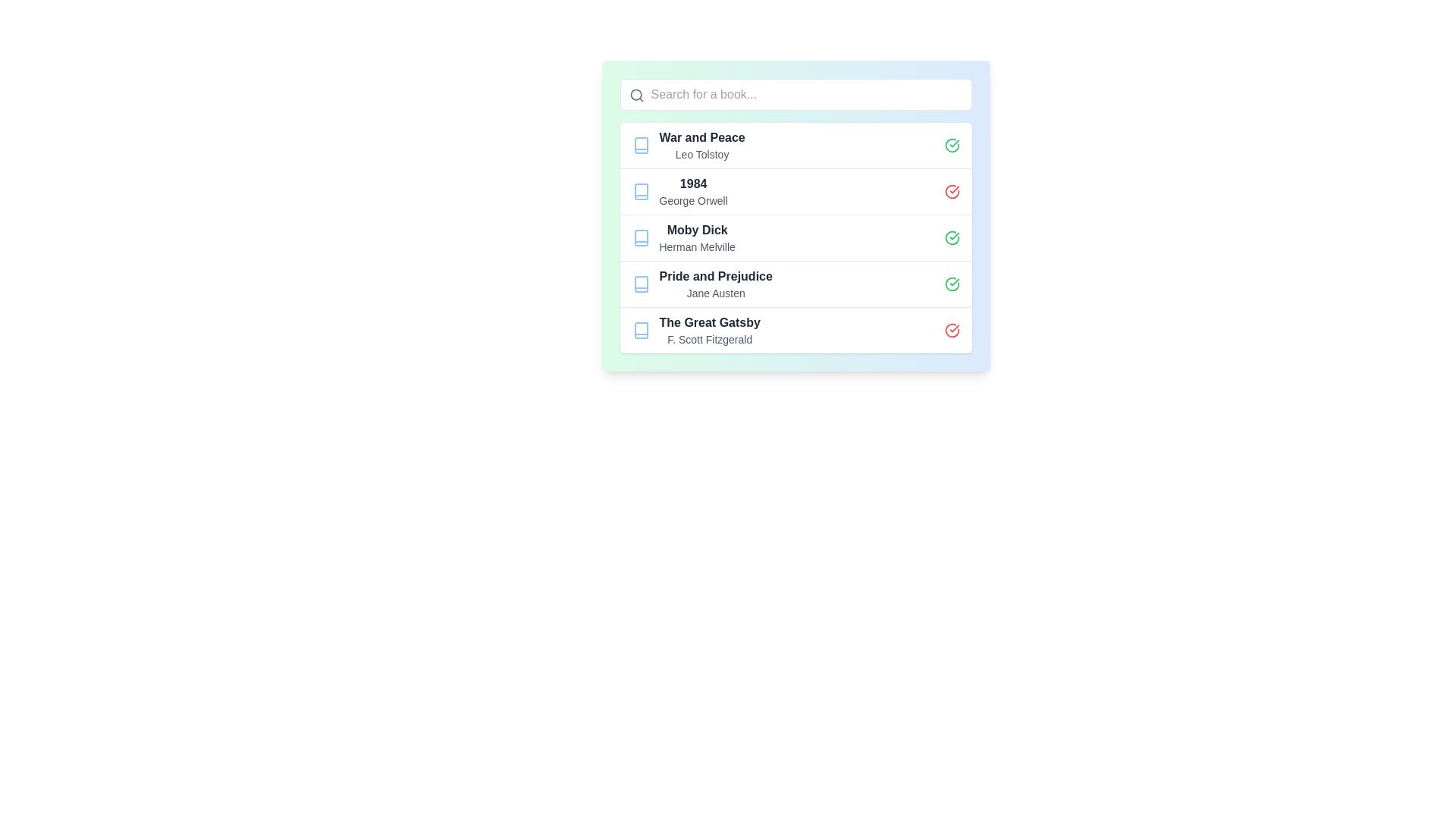 This screenshot has width=1456, height=819. I want to click on the 'War and Peace' book entry list item, which is the first item in the vertical list under the search bar, so click(795, 146).